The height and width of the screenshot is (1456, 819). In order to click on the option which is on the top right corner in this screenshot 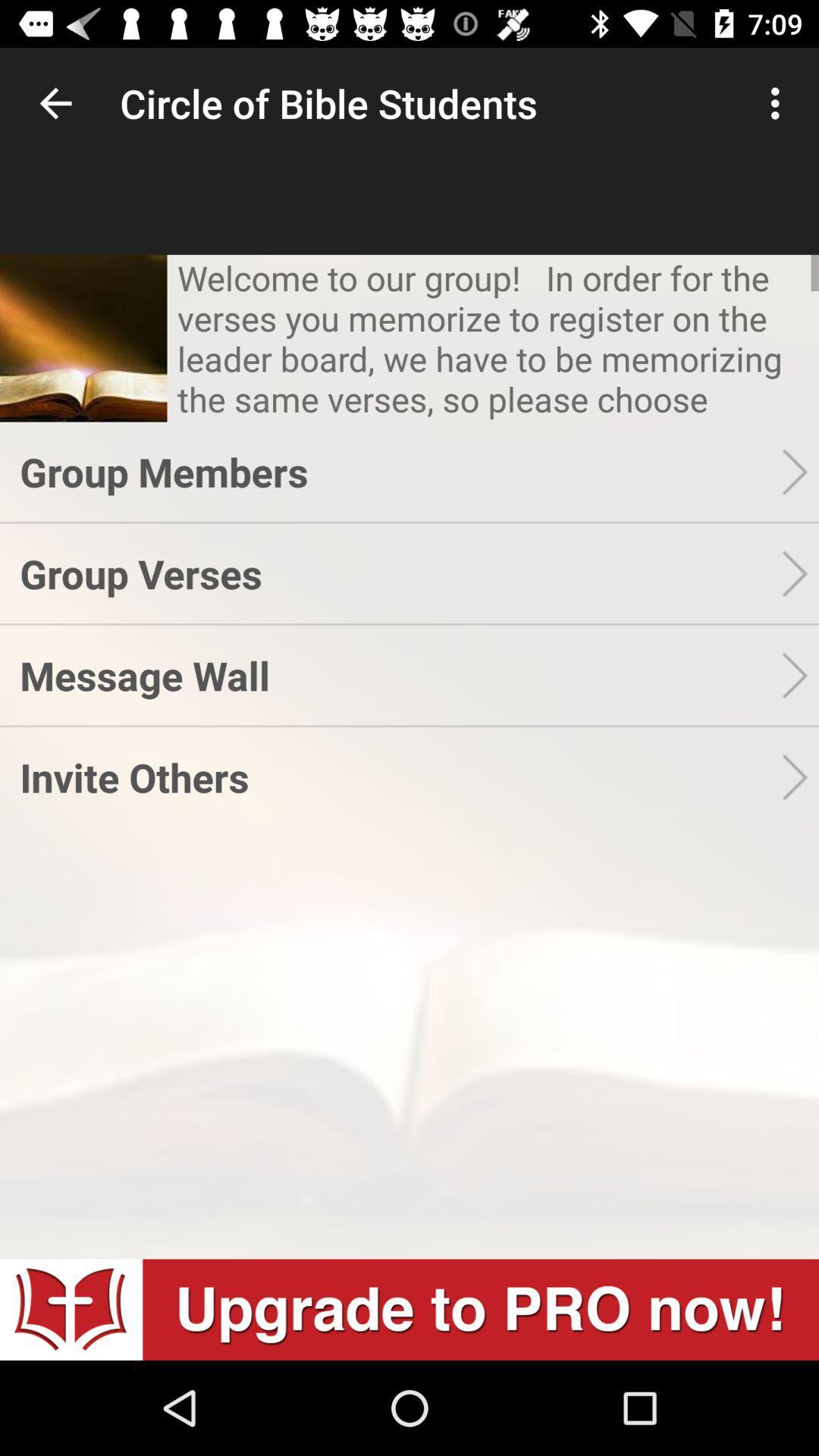, I will do `click(779, 103)`.